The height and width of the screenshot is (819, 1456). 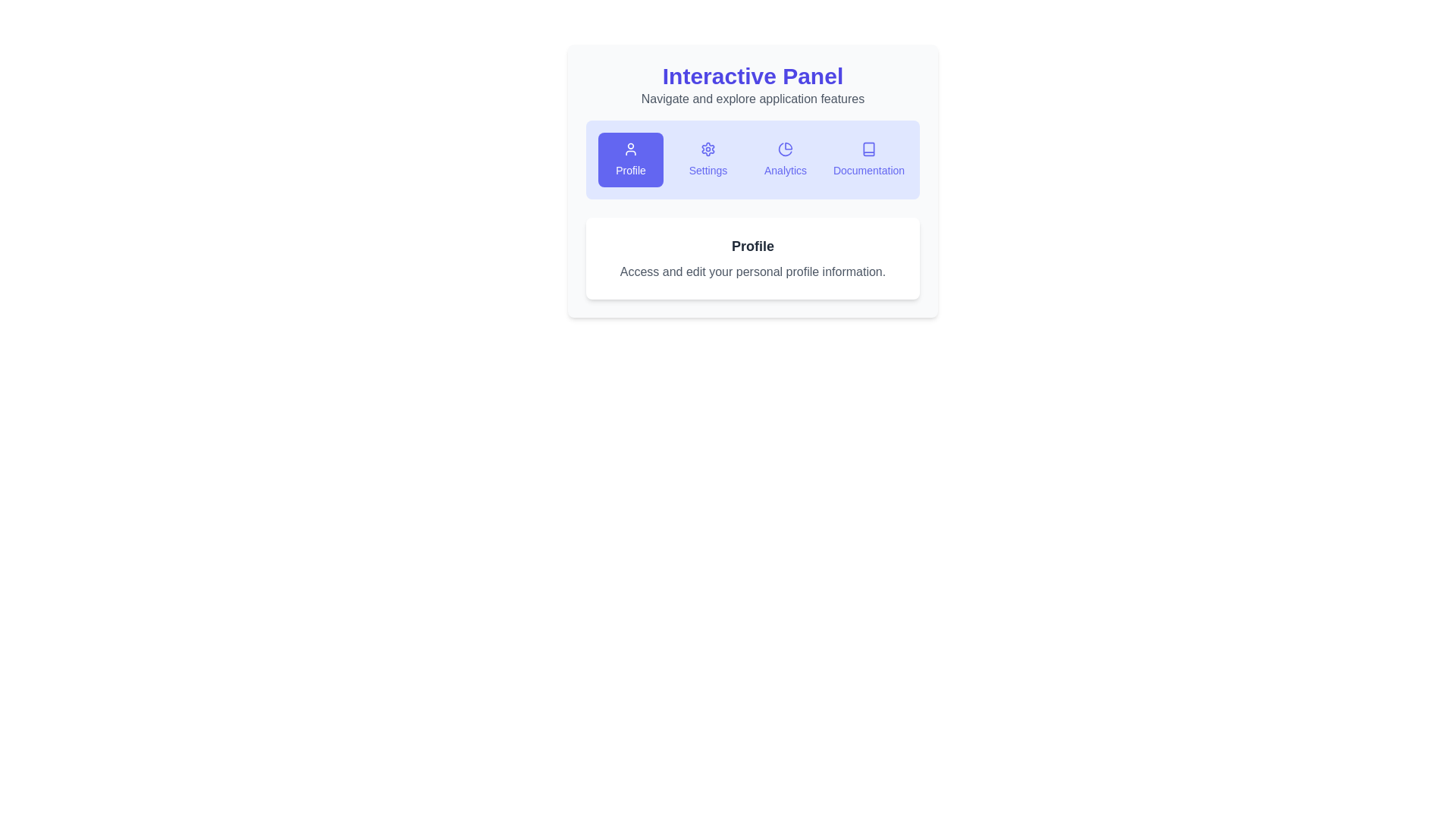 I want to click on the settings icon located in the navigation row, which is positioned to the right of the Profile icon and to the left of the Analytics icon, so click(x=708, y=149).